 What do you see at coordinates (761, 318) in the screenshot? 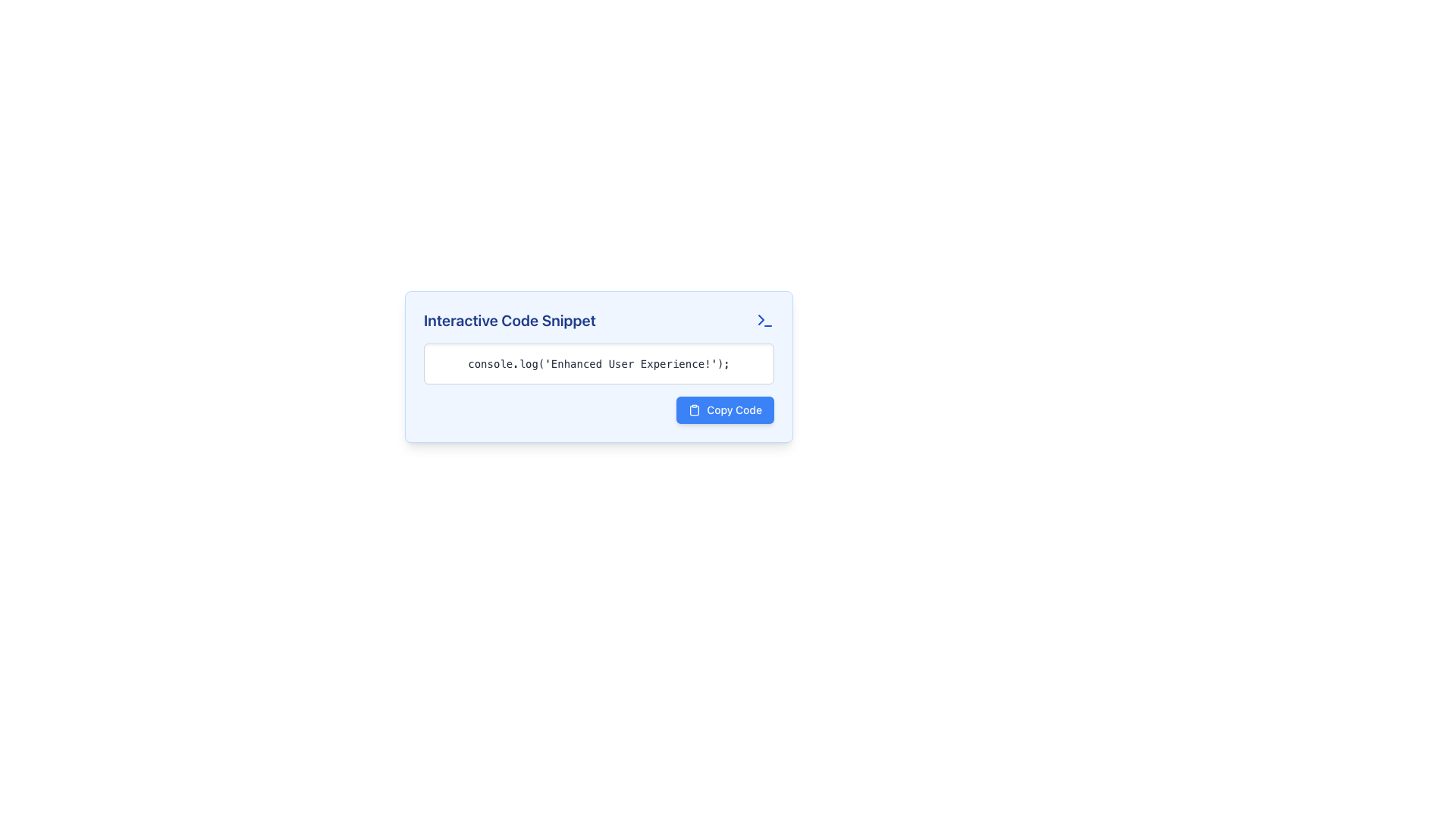
I see `the small triangular decorative icon resembling a 'greater than' symbol ('>') in the terminal-style graphic element located in the center-right region of the UI` at bounding box center [761, 318].